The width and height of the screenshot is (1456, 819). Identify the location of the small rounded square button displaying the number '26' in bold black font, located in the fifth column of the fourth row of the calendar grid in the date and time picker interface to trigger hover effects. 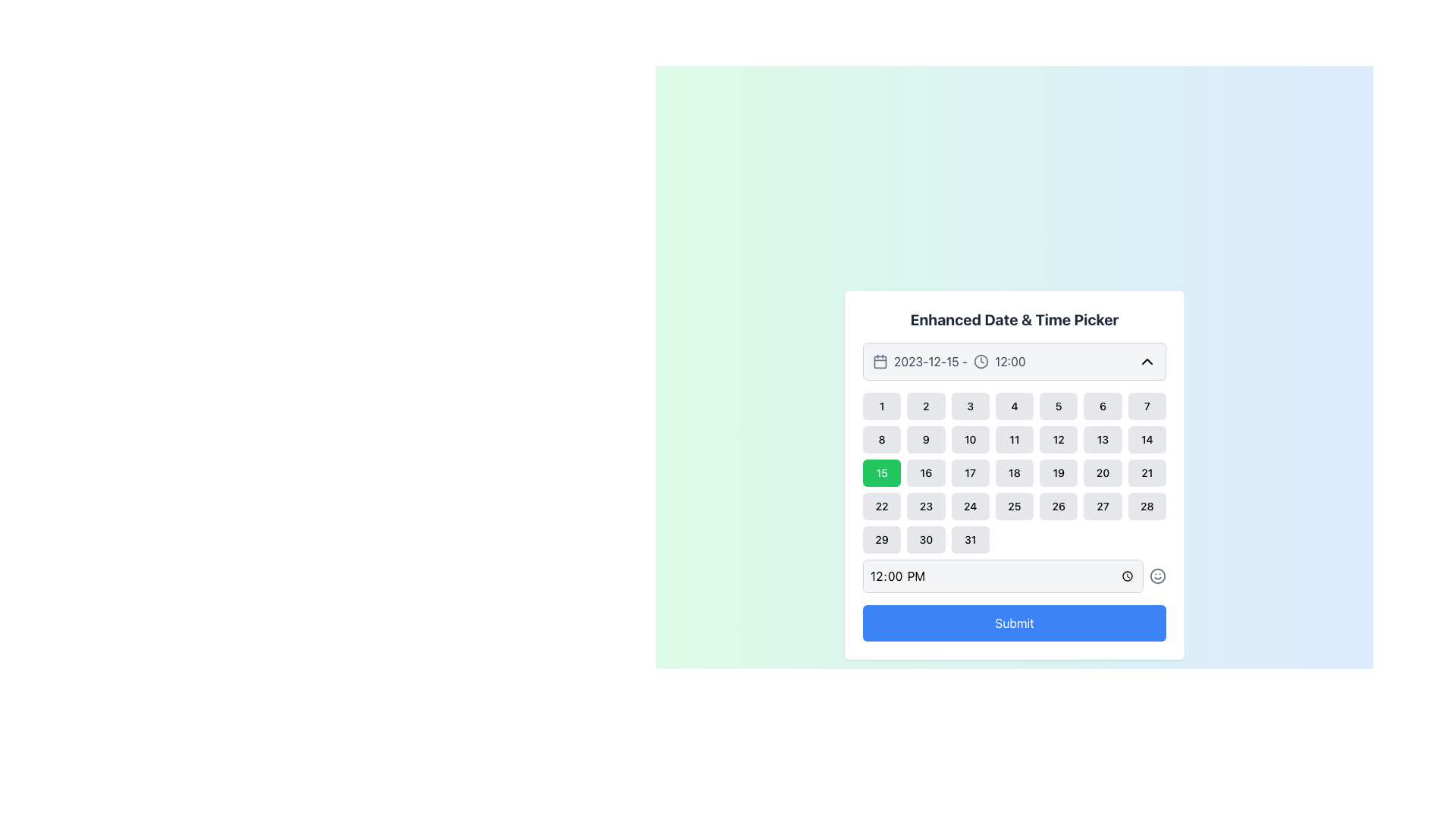
(1058, 506).